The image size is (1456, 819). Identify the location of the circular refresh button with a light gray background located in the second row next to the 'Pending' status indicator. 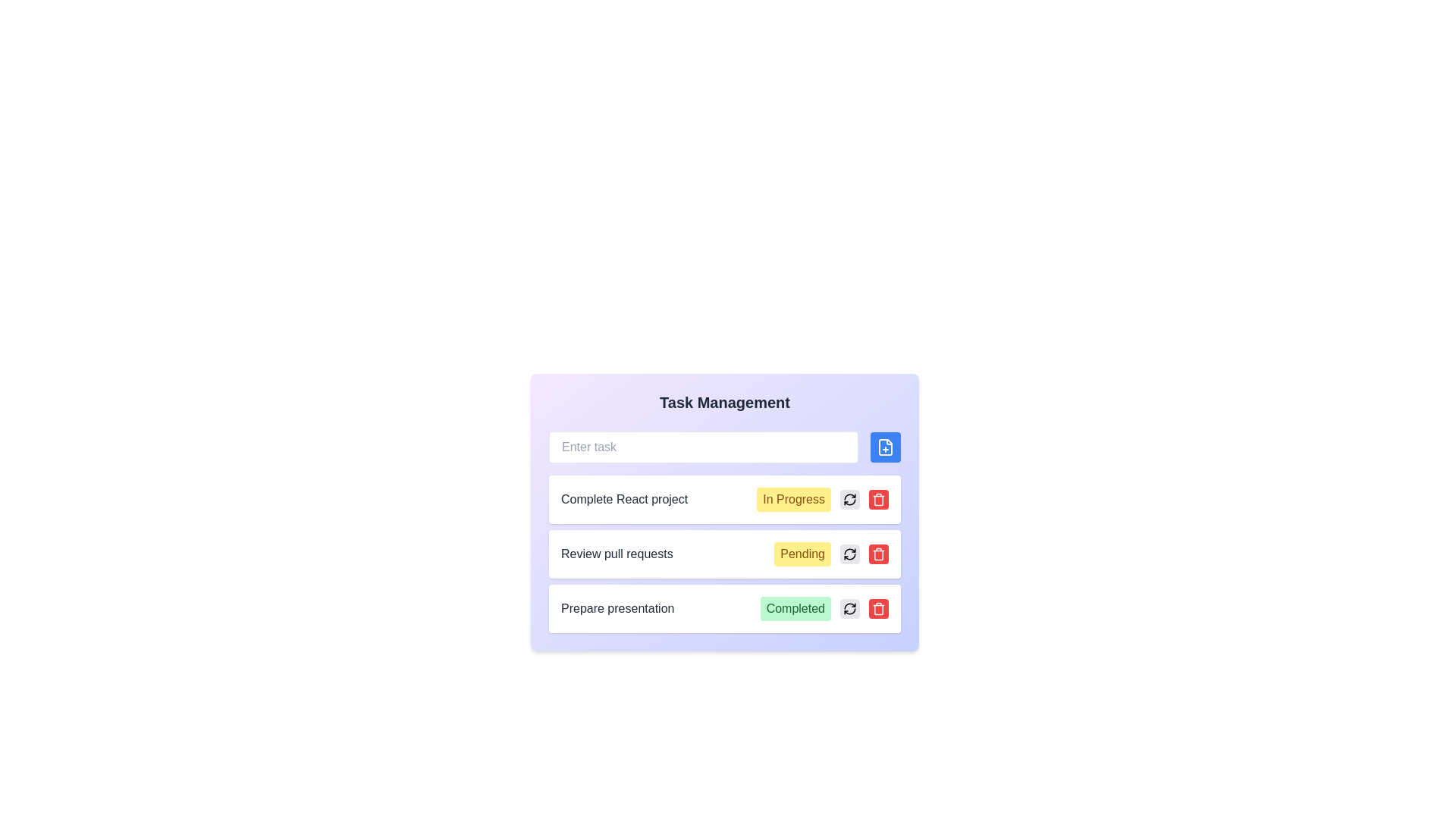
(850, 554).